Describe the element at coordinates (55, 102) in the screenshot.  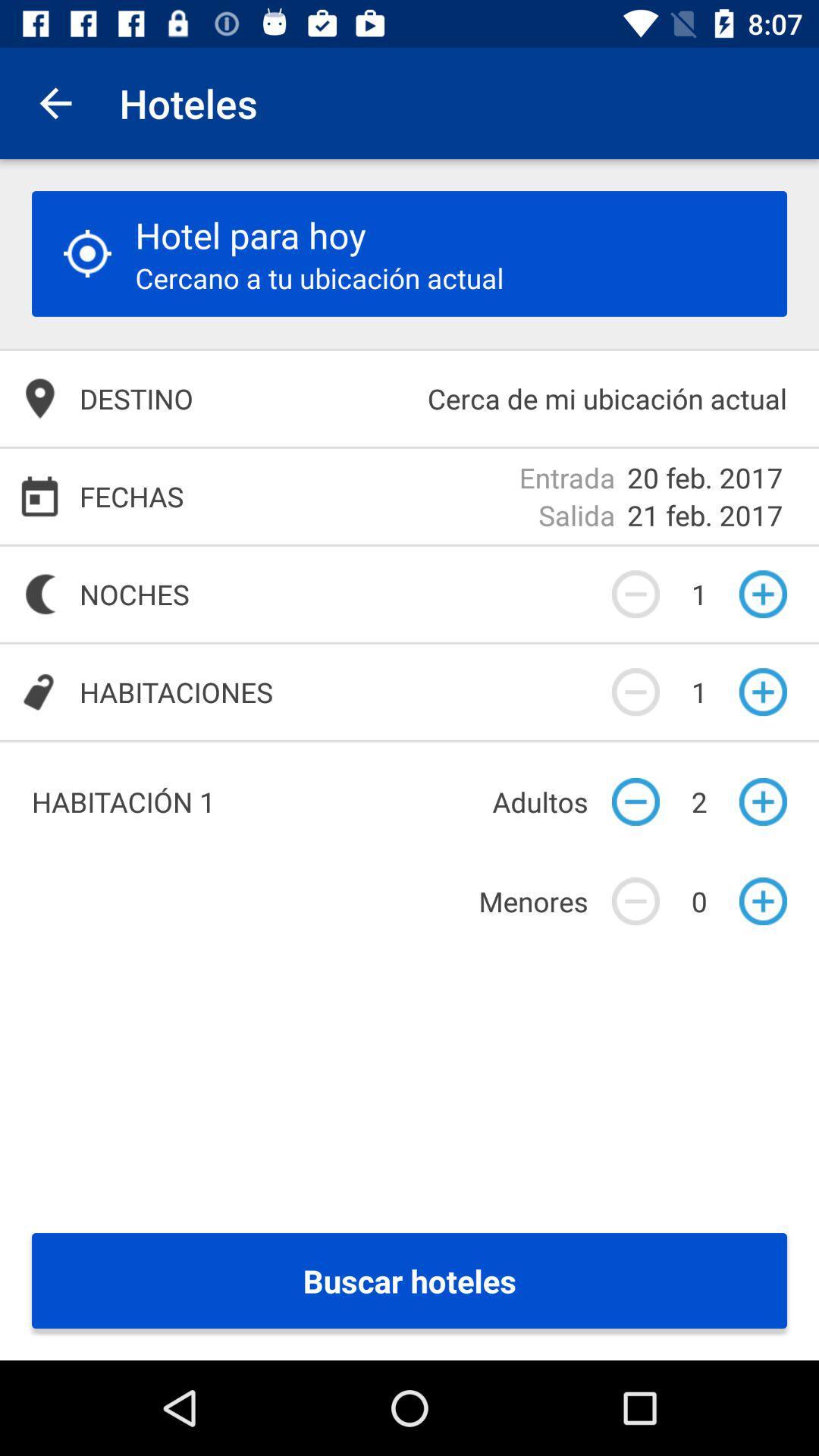
I see `item to the left of hoteles` at that location.